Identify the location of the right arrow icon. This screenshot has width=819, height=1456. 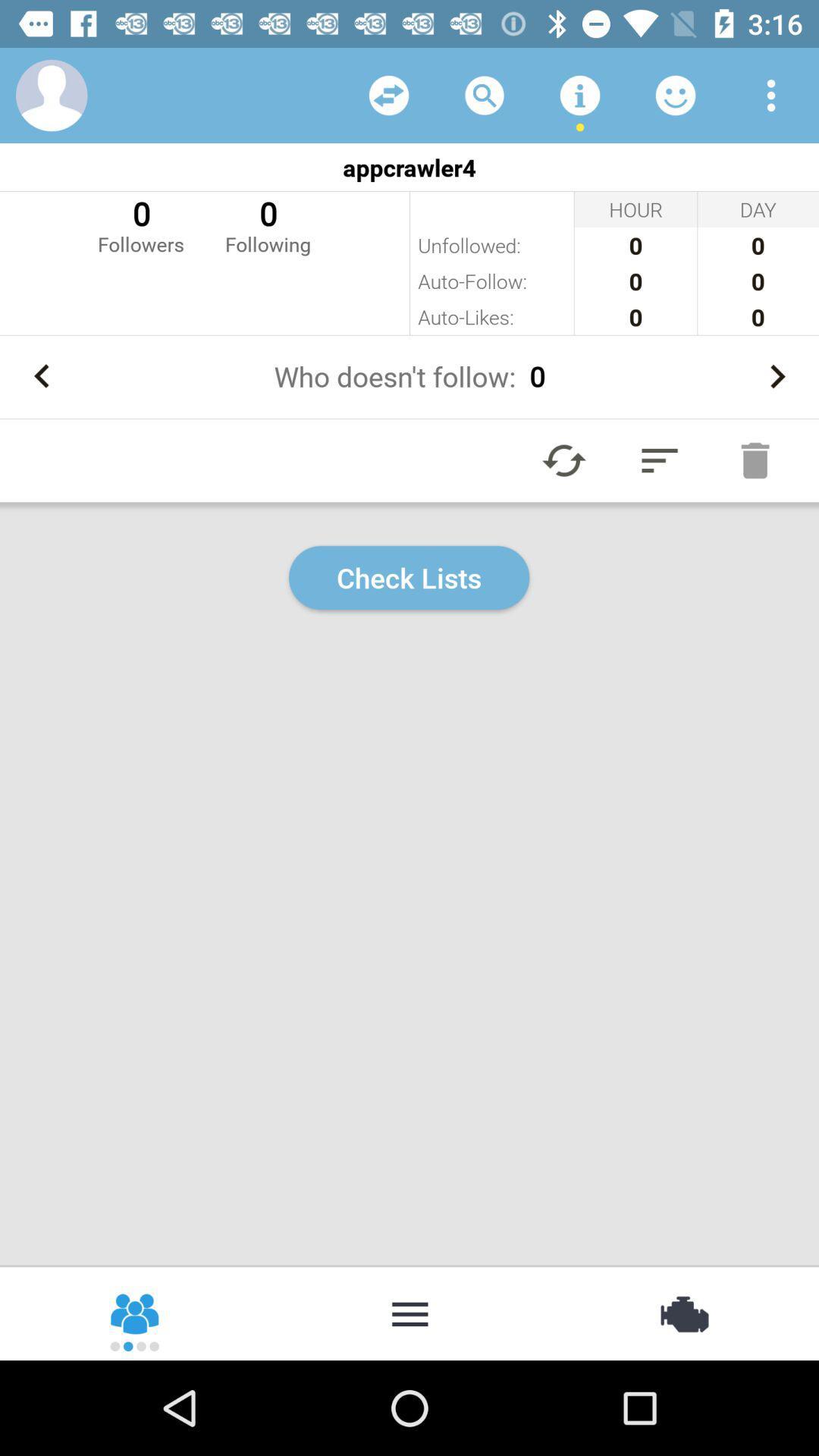
(777, 377).